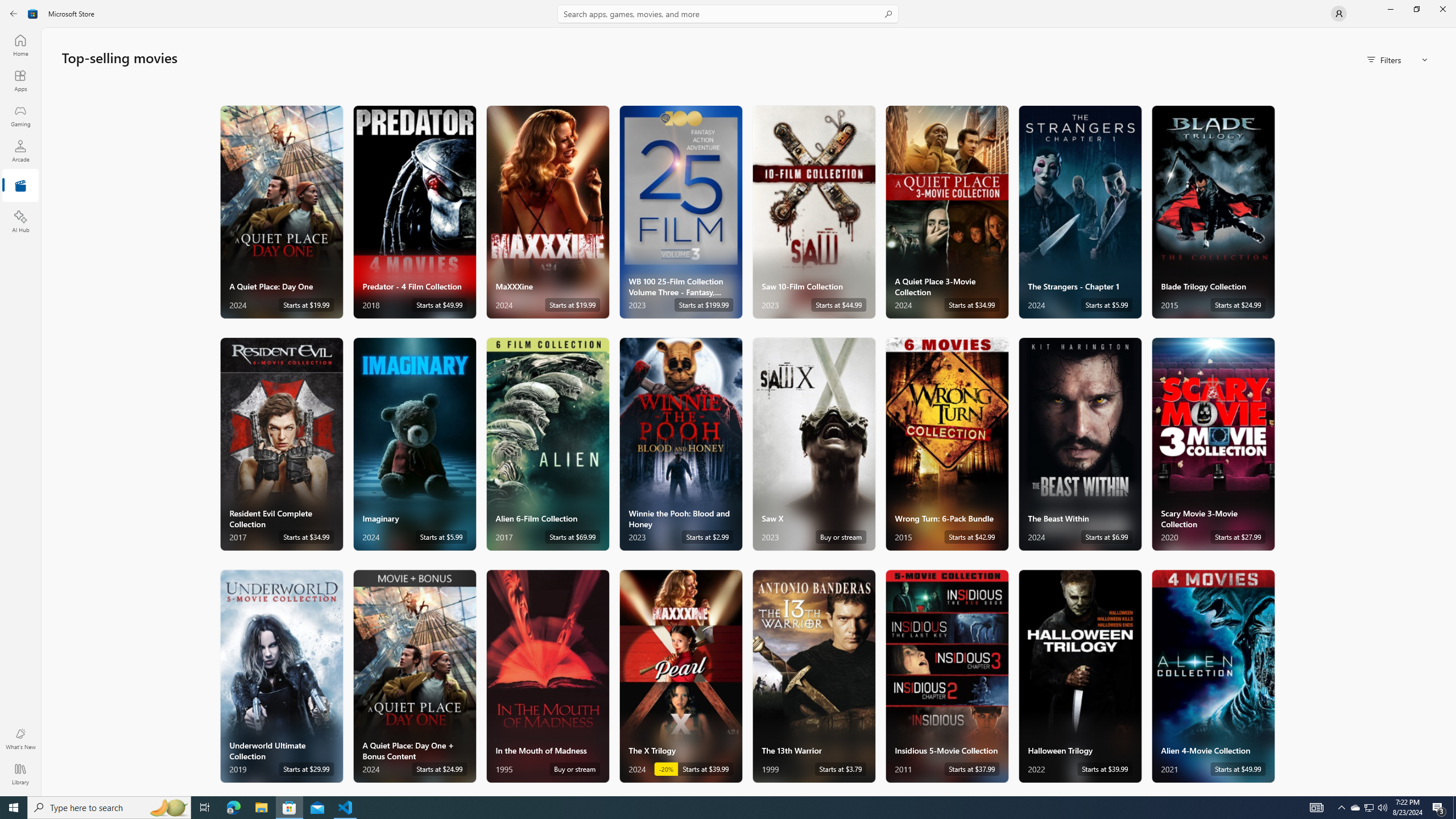  Describe the element at coordinates (813, 675) in the screenshot. I see `'The 13th Warrior. Starts at $3.79  '` at that location.